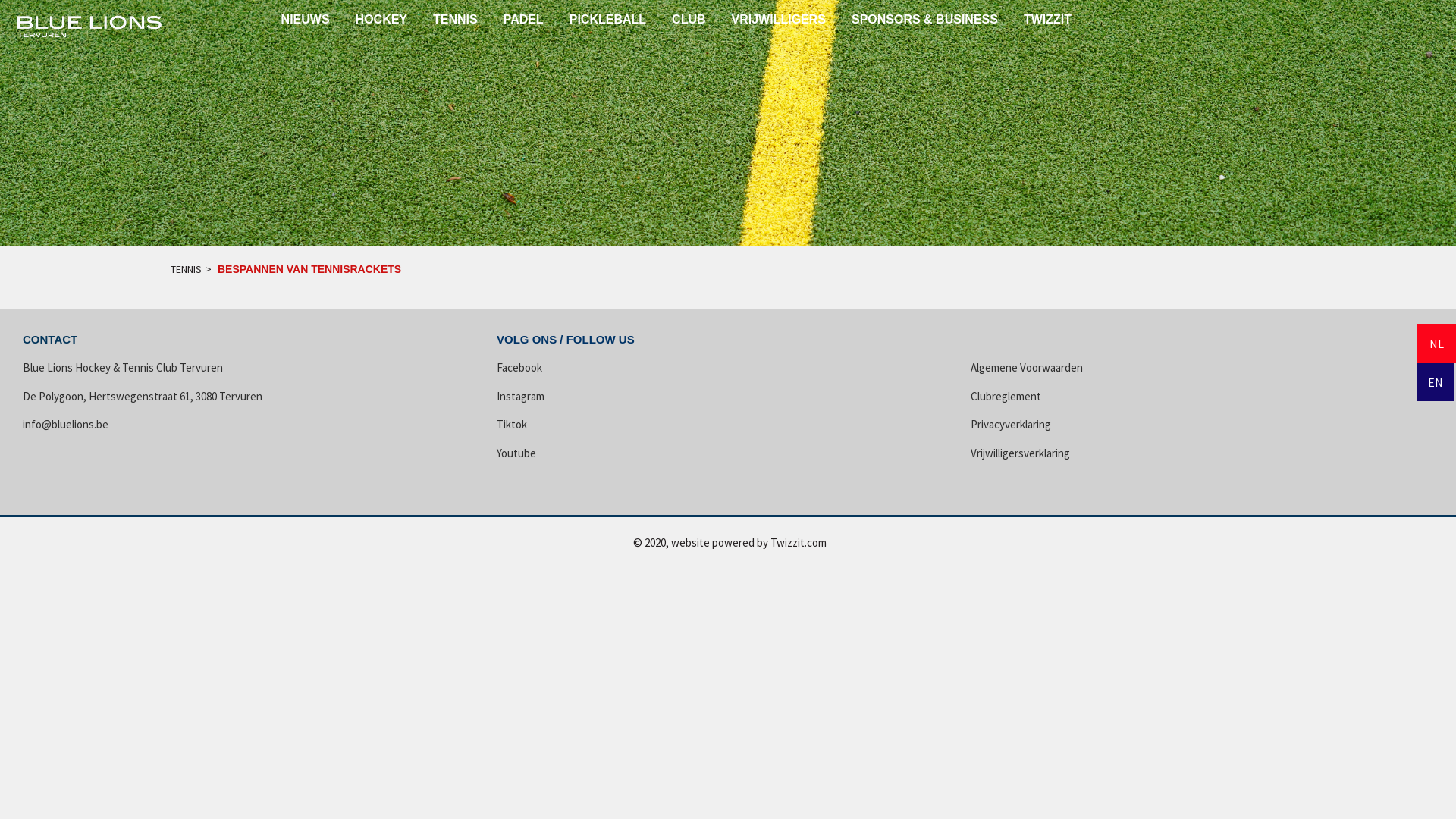  I want to click on 'Clubreglement', so click(1006, 394).